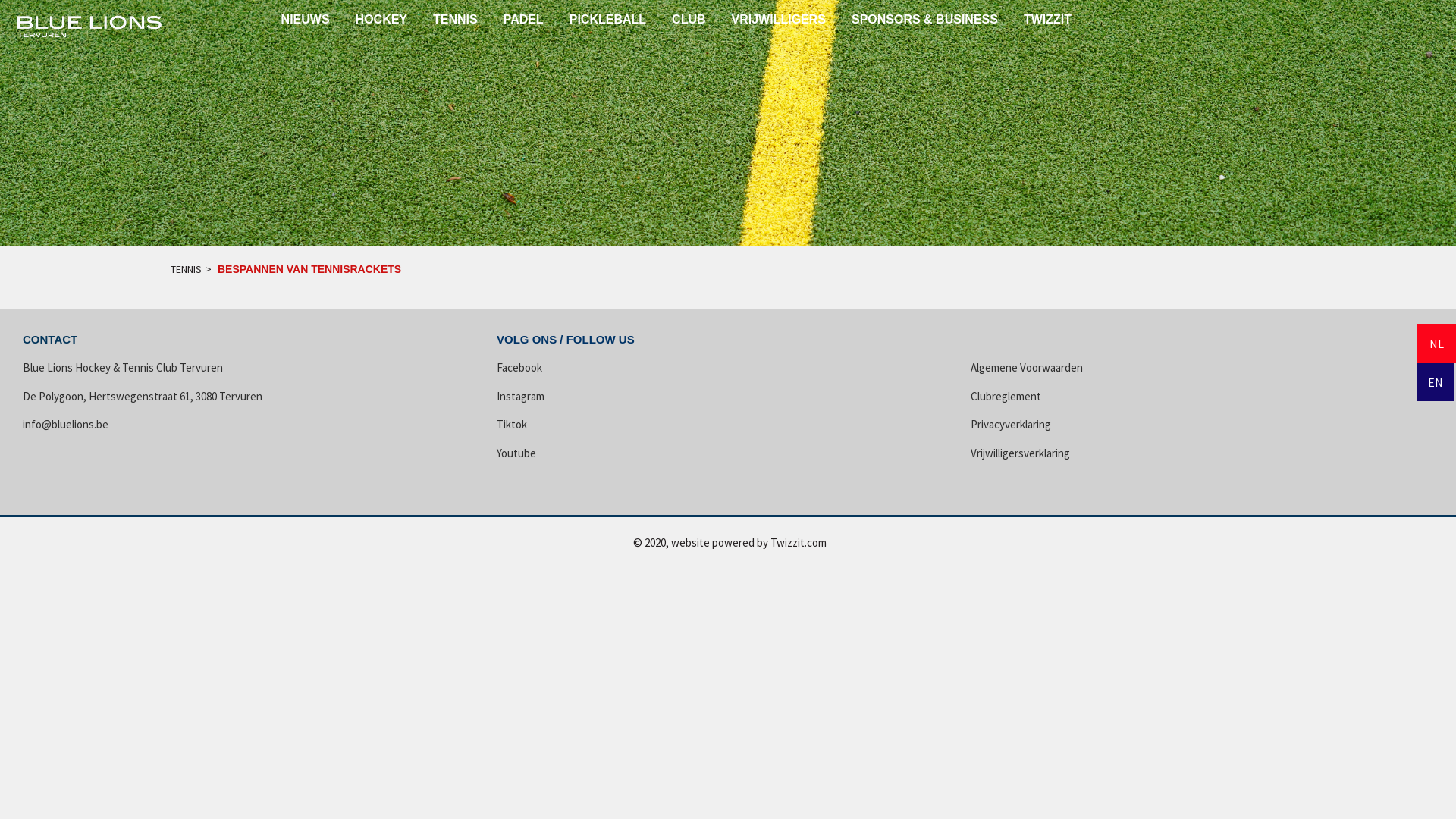  I want to click on 'Clubreglement', so click(1006, 394).